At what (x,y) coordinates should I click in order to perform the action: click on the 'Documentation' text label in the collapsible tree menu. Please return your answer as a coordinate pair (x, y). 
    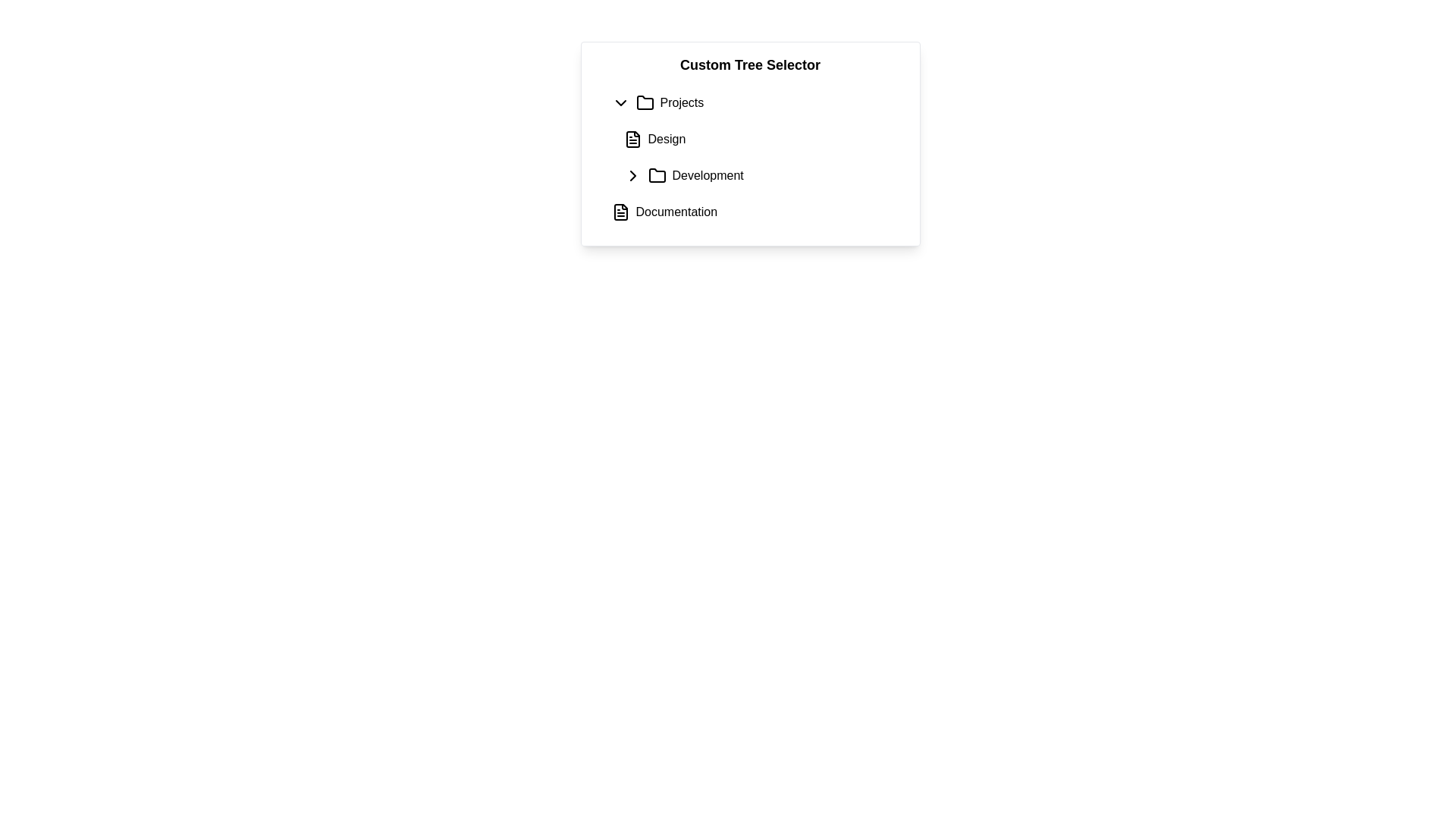
    Looking at the image, I should click on (676, 212).